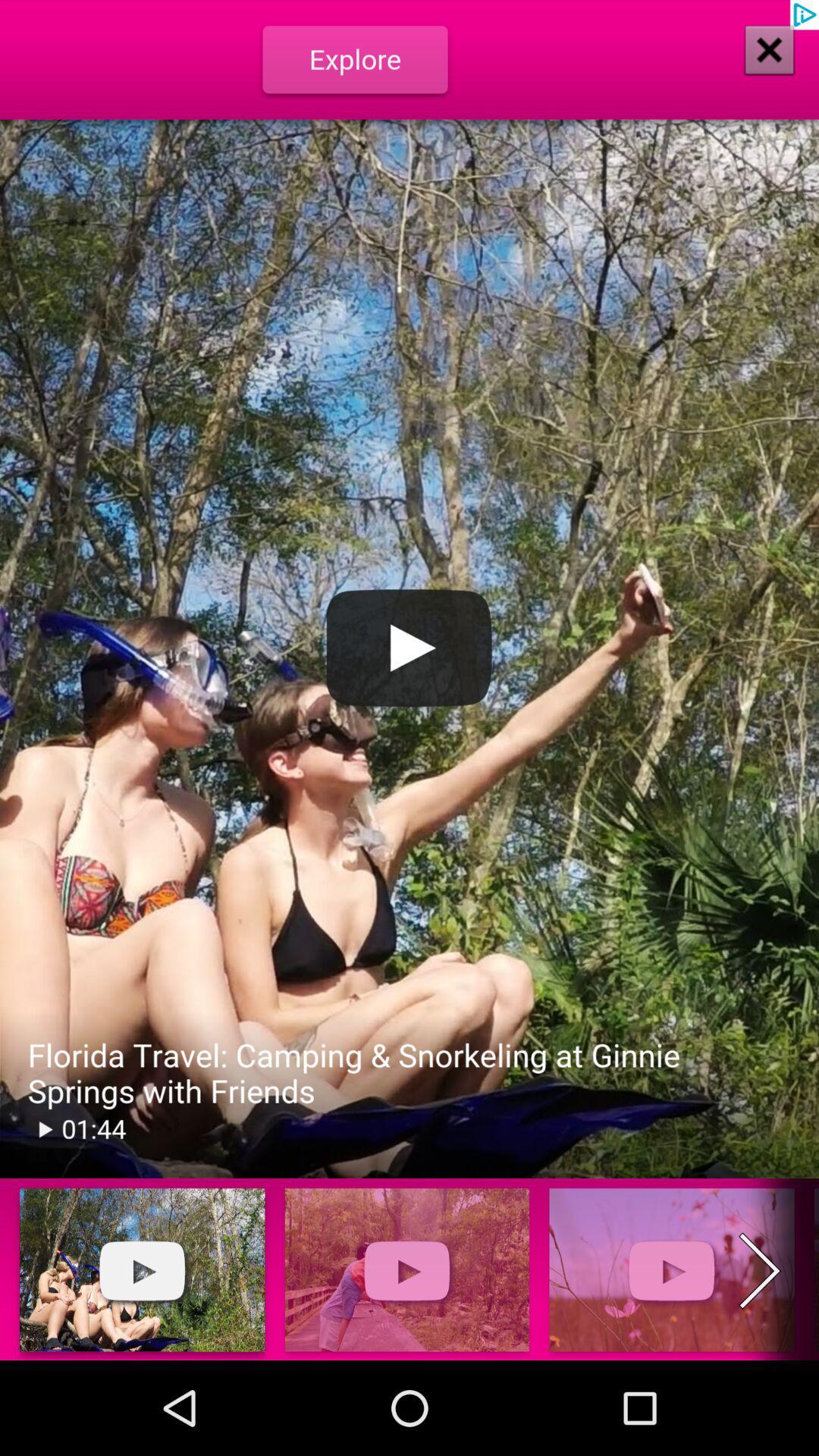  What do you see at coordinates (769, 53) in the screenshot?
I see `the close icon` at bounding box center [769, 53].